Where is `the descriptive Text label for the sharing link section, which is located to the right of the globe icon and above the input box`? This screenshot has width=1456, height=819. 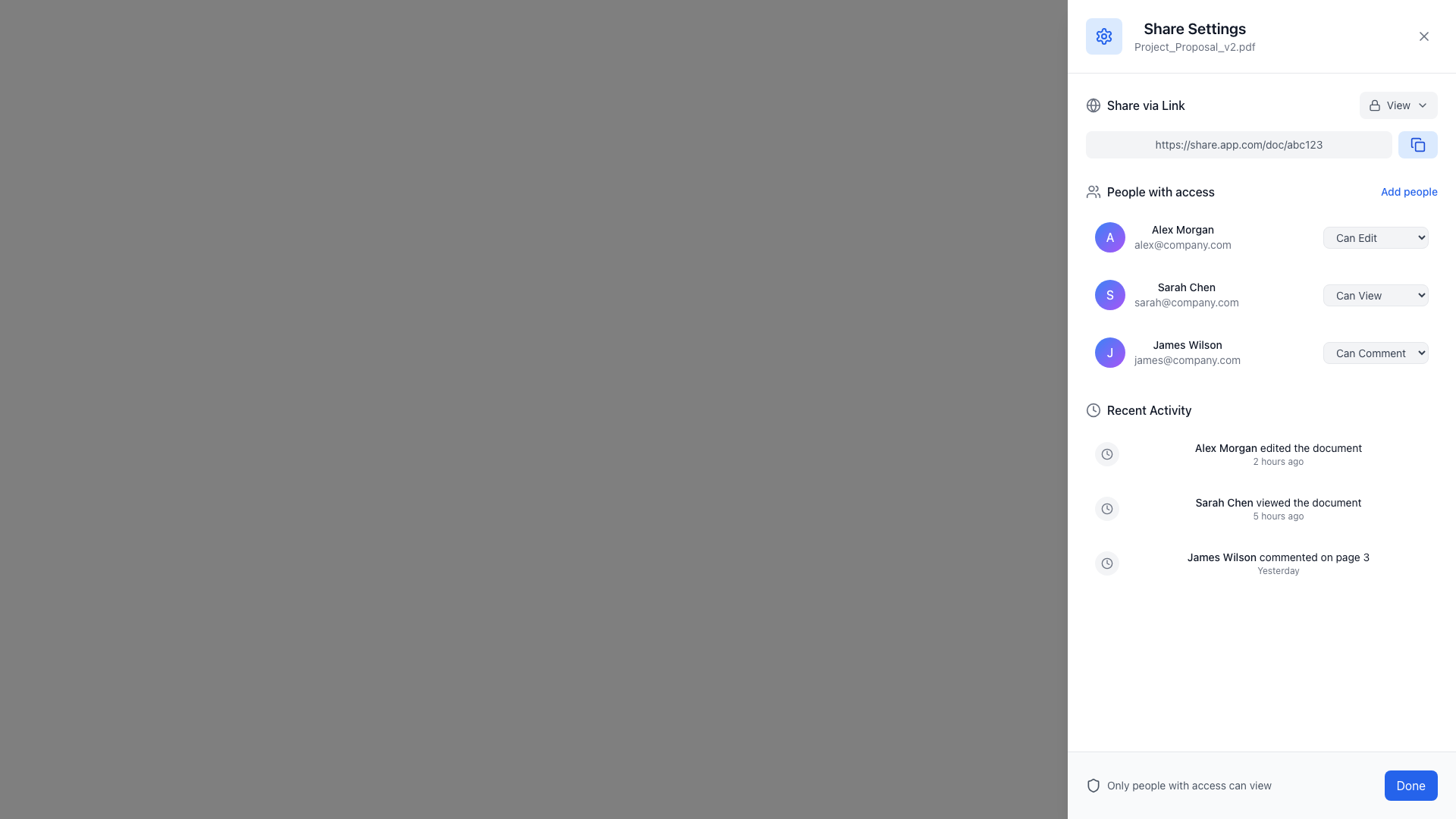
the descriptive Text label for the sharing link section, which is located to the right of the globe icon and above the input box is located at coordinates (1146, 104).